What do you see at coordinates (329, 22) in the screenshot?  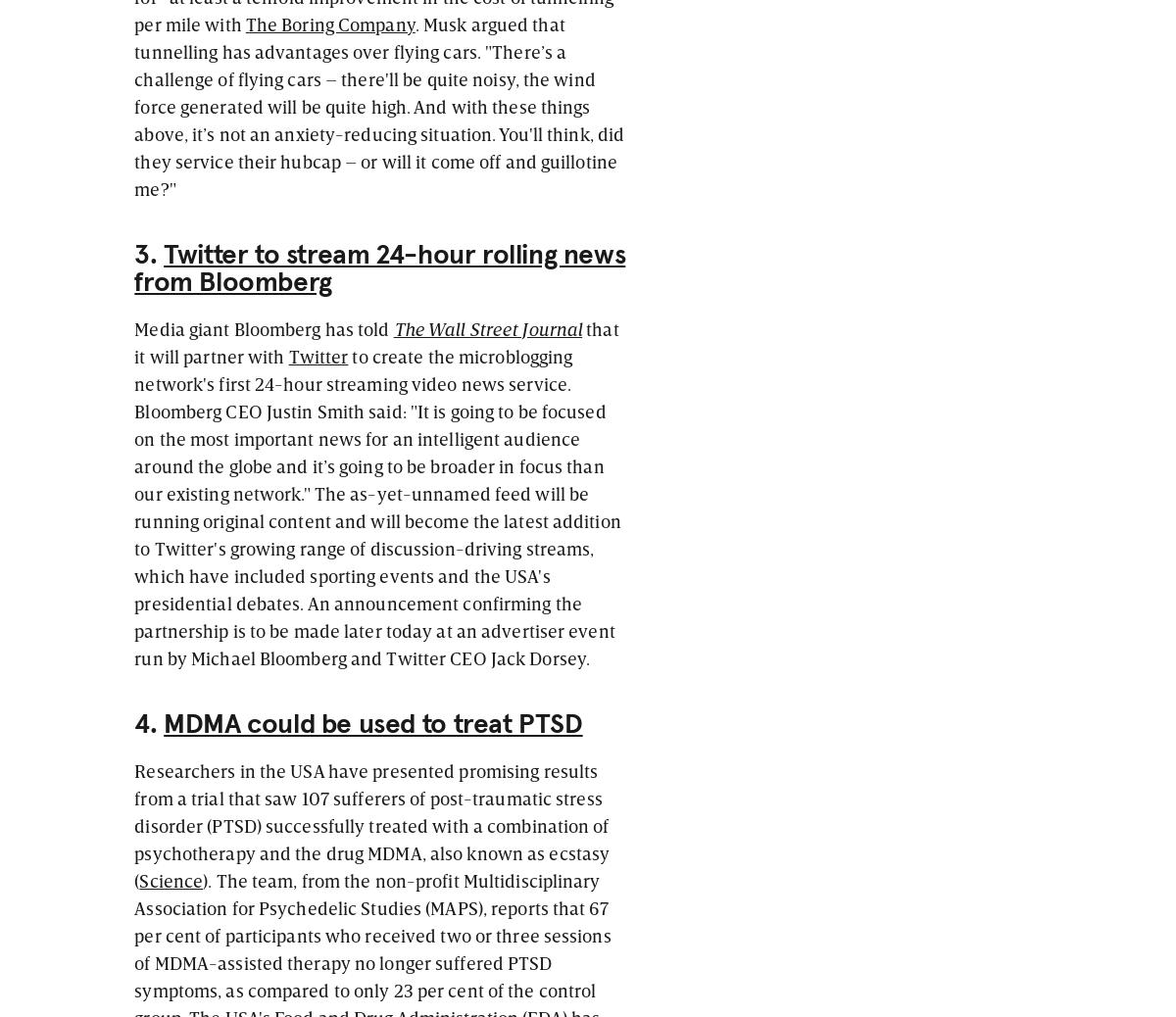 I see `'The Boring Company'` at bounding box center [329, 22].